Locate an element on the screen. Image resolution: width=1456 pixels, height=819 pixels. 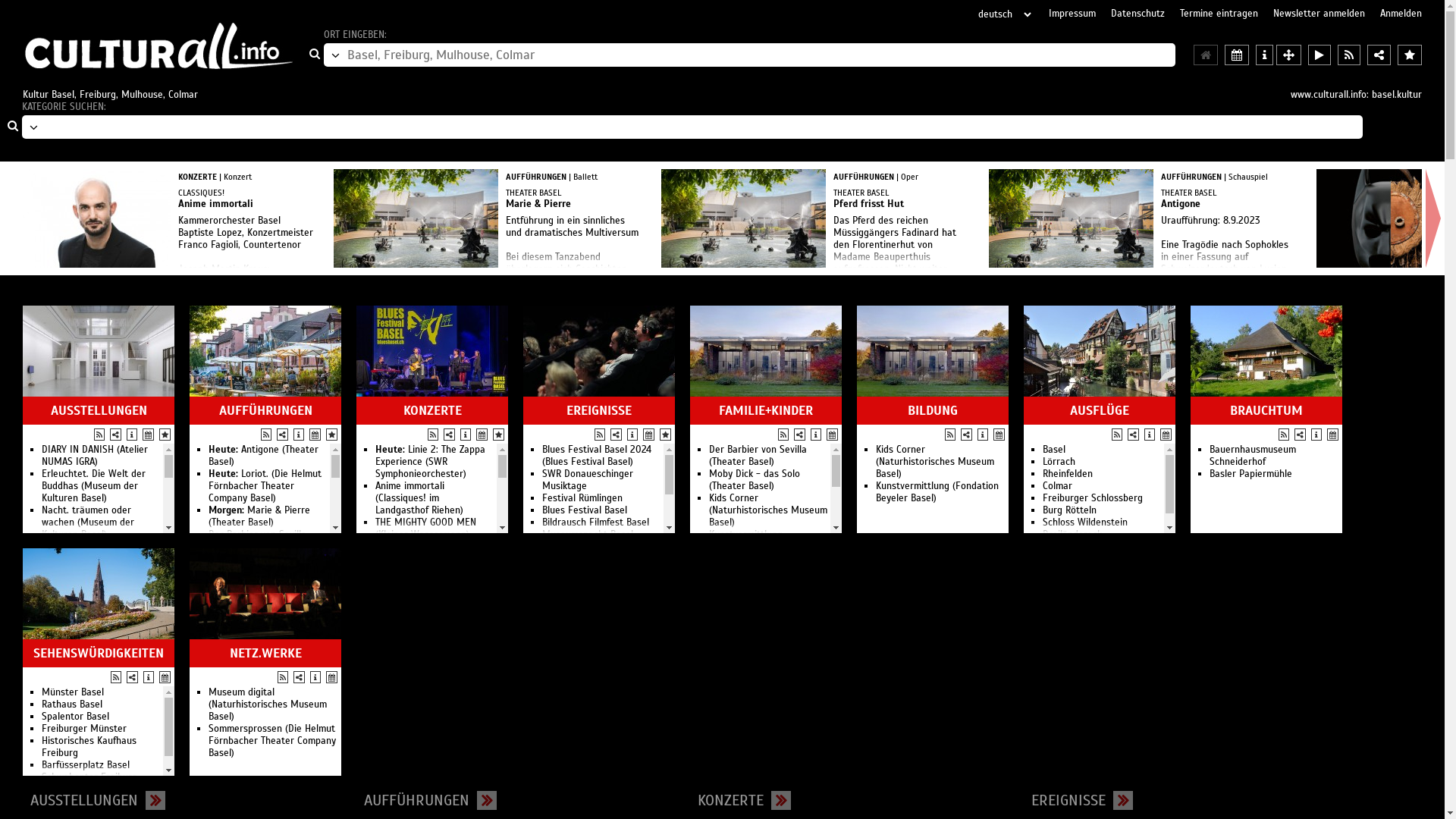
'NETZ.WERKE' is located at coordinates (192, 652).